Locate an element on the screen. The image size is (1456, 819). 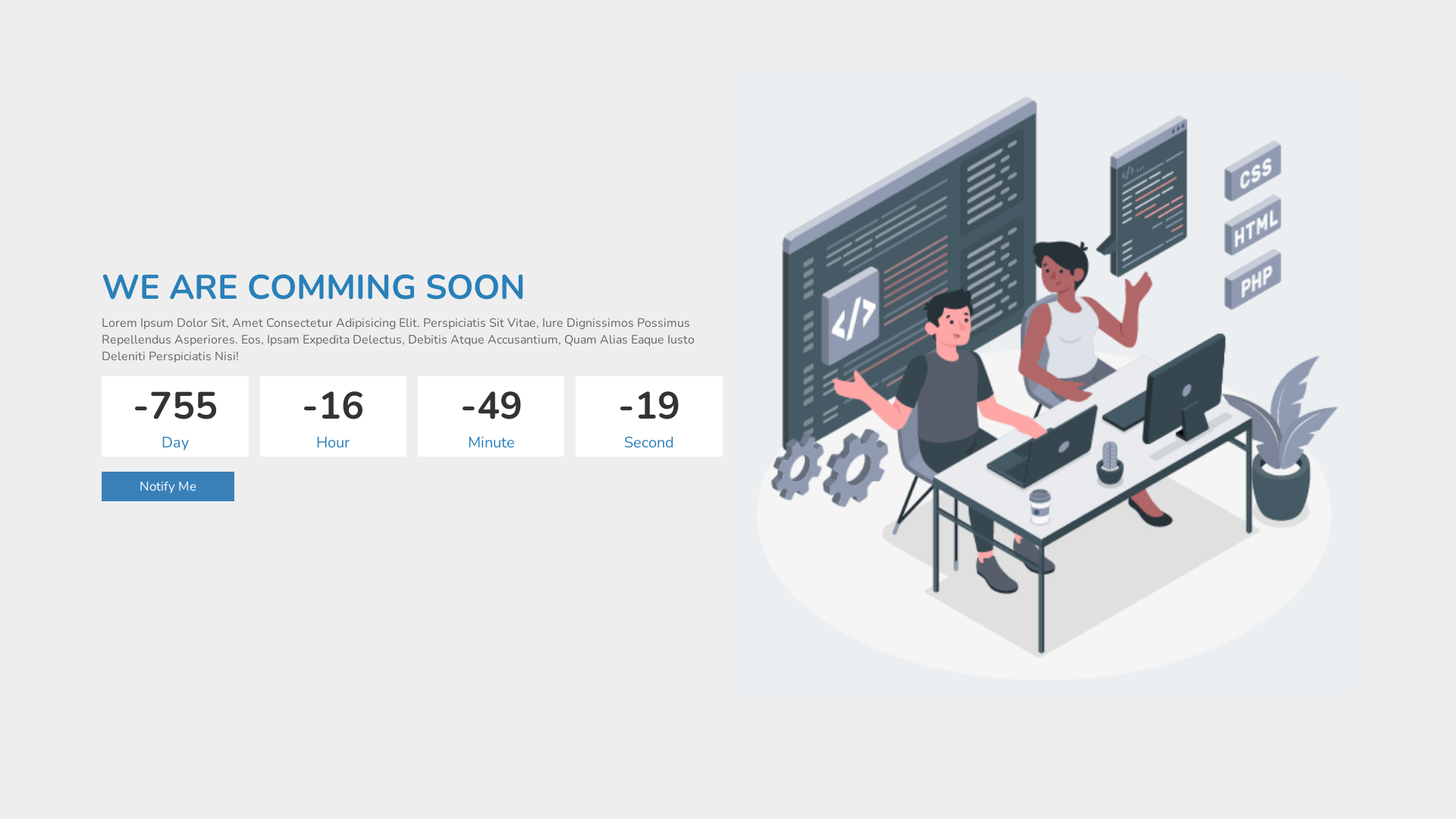
'Notify Me' is located at coordinates (168, 486).